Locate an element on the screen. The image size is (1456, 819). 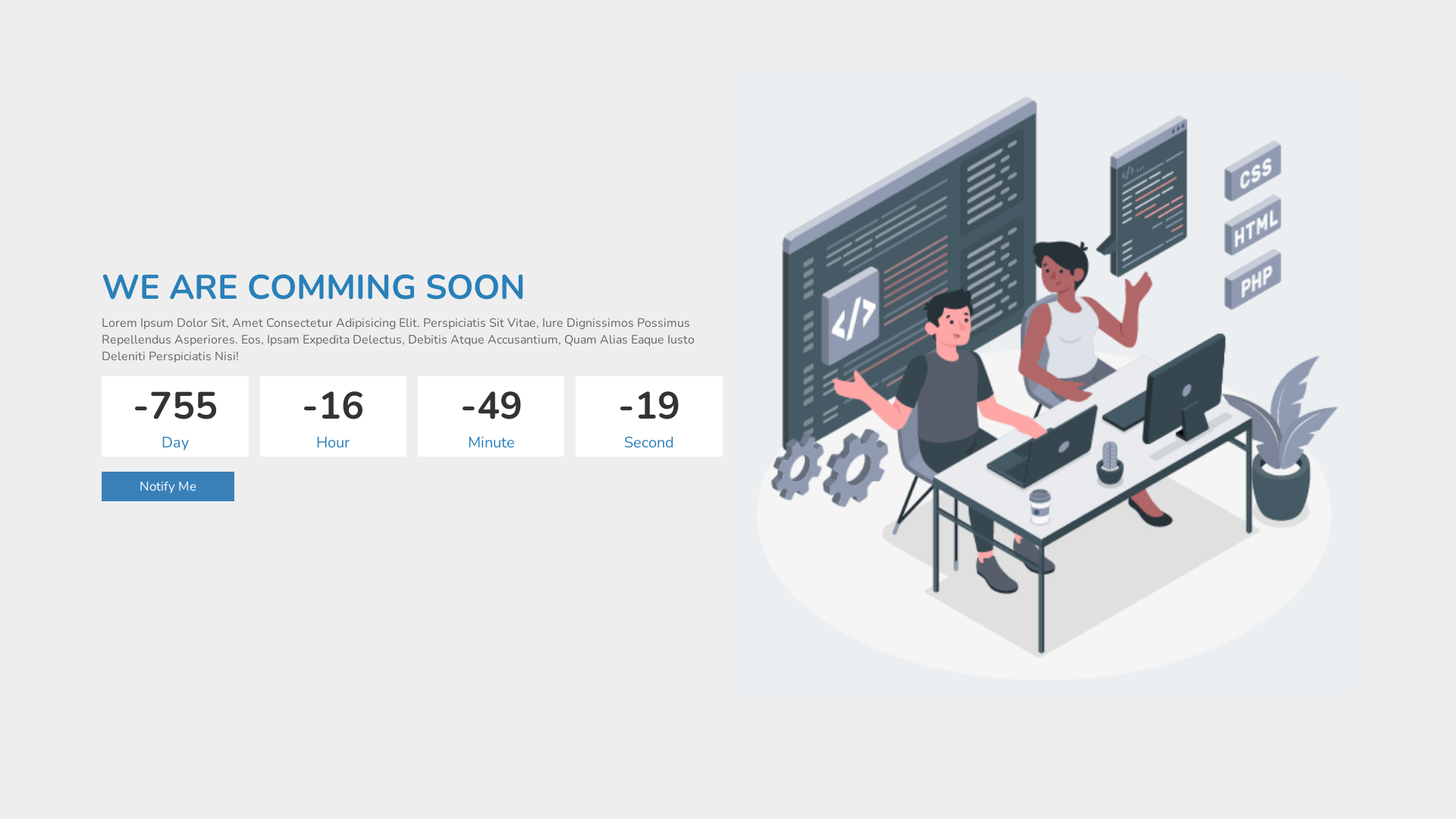
'Notify Me' is located at coordinates (168, 486).